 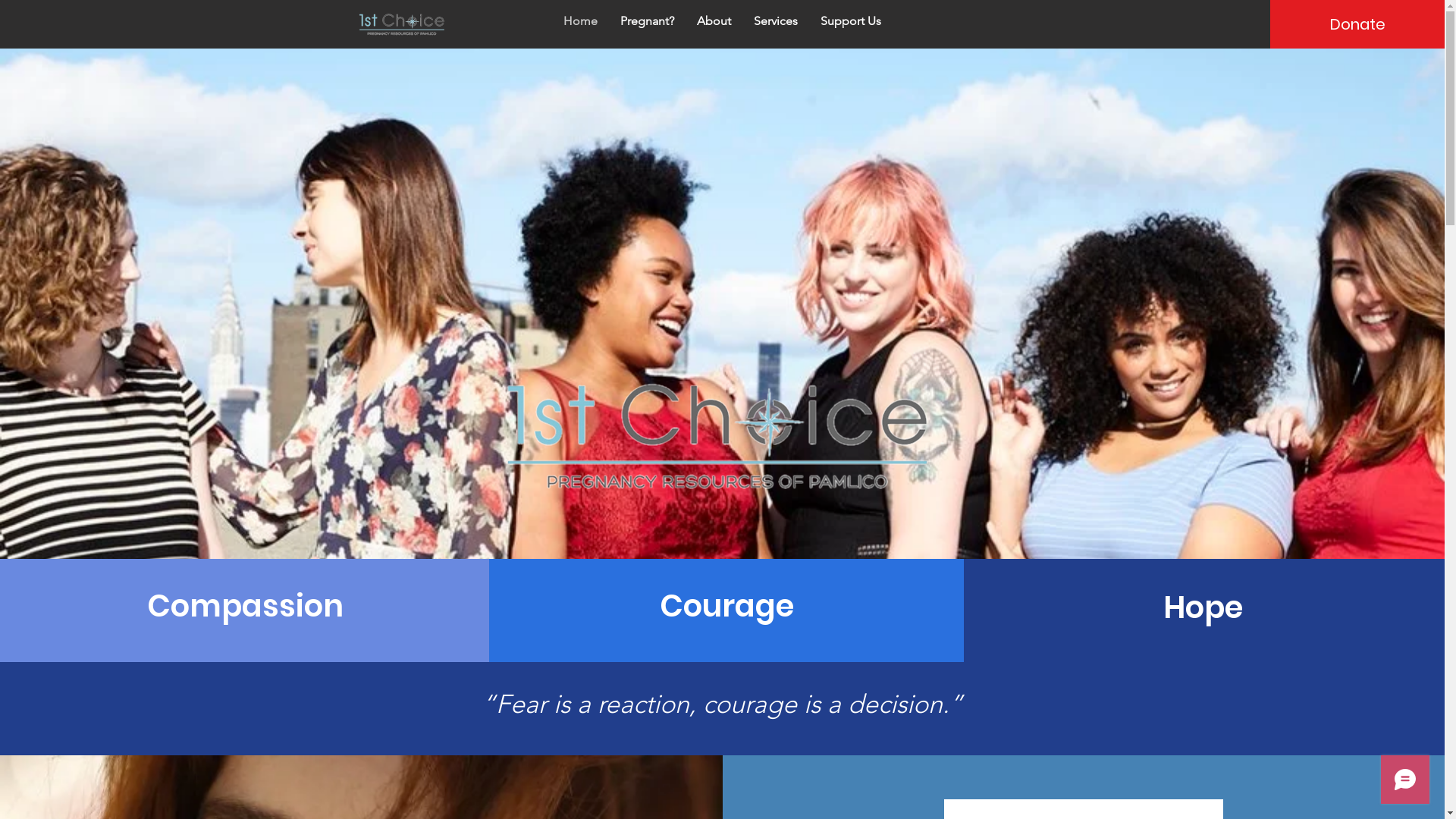 What do you see at coordinates (851, 20) in the screenshot?
I see `'Support Us'` at bounding box center [851, 20].